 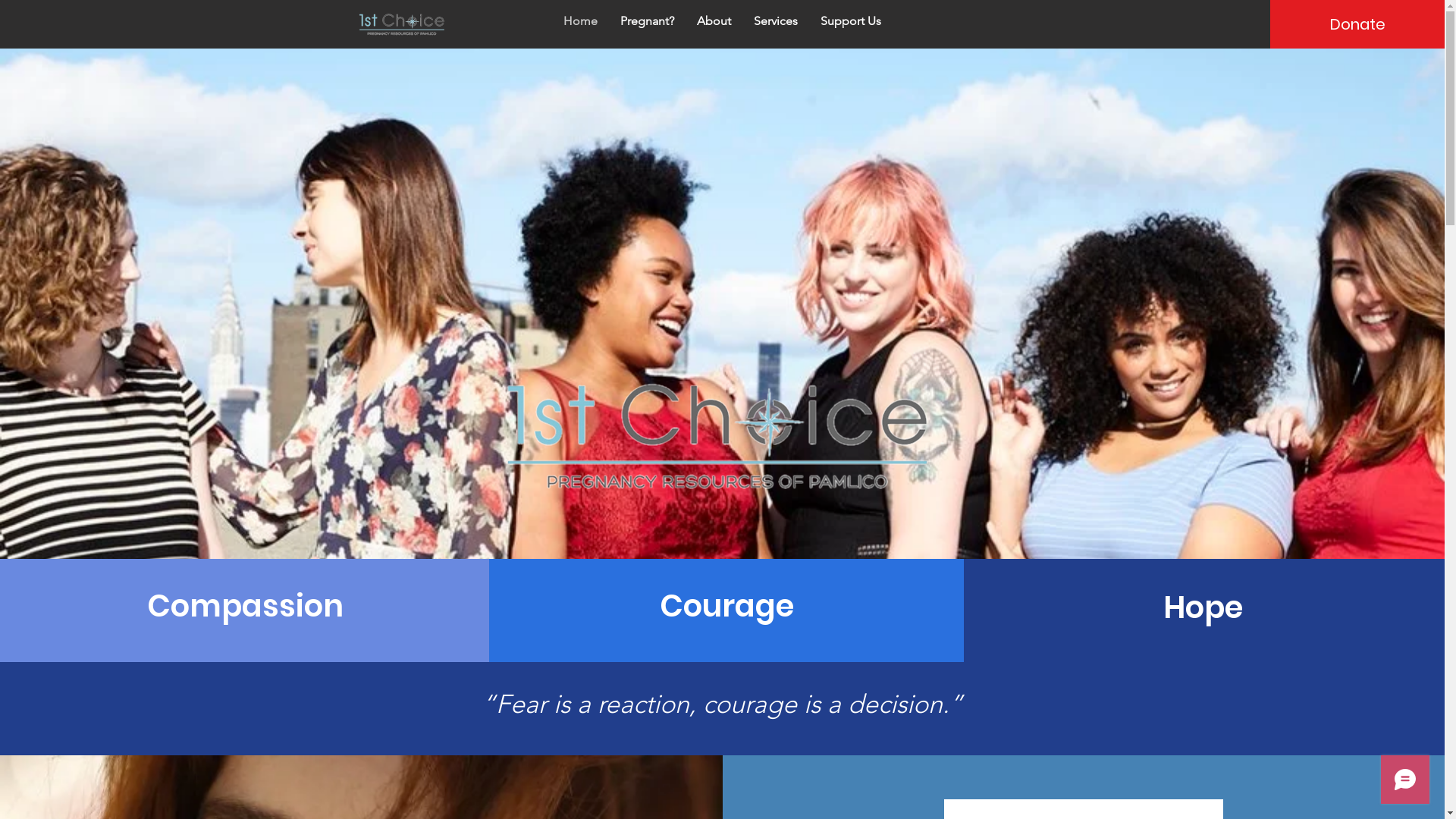 What do you see at coordinates (851, 20) in the screenshot?
I see `'Support Us'` at bounding box center [851, 20].